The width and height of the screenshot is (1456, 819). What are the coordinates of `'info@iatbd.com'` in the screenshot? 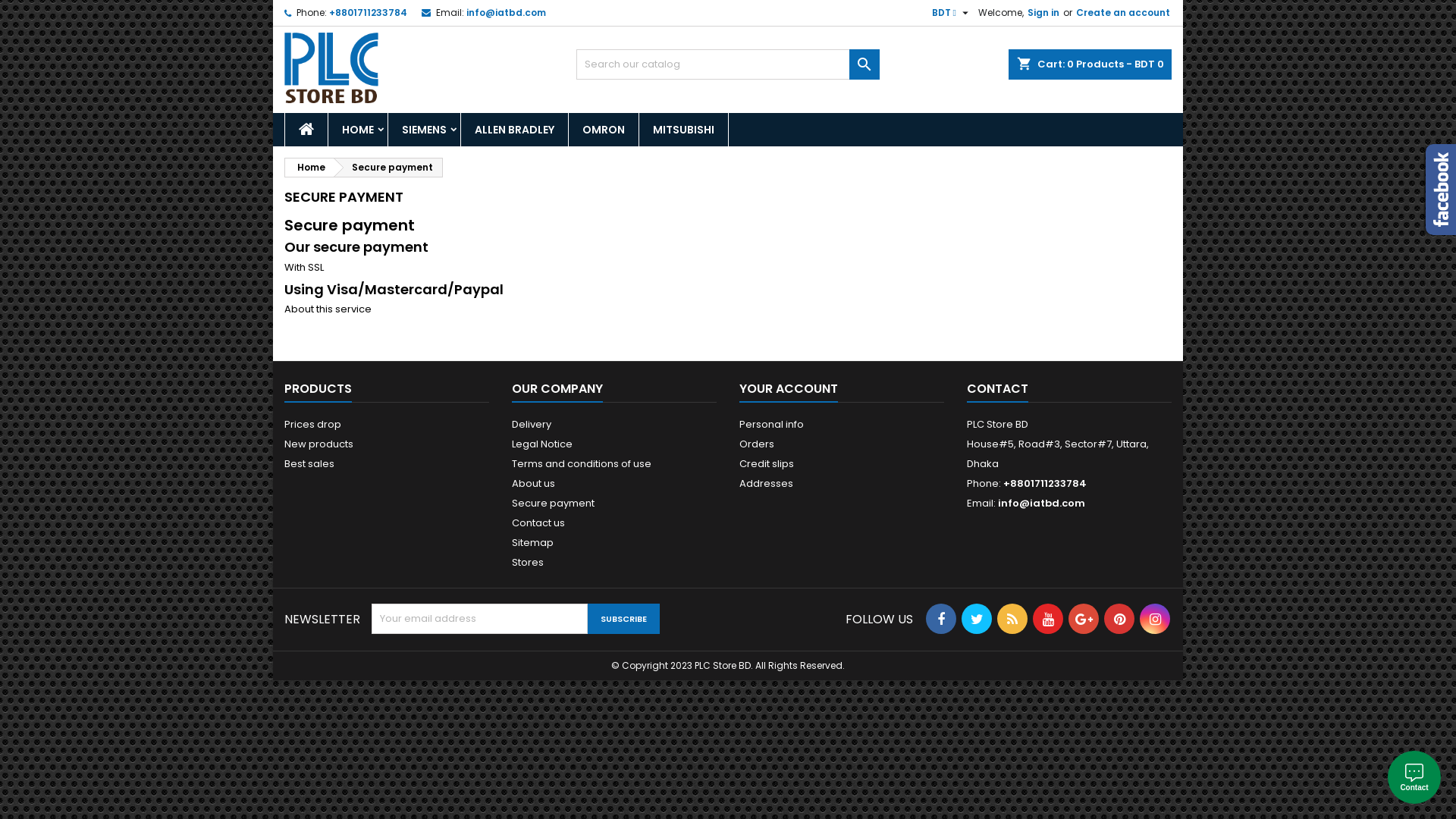 It's located at (506, 12).